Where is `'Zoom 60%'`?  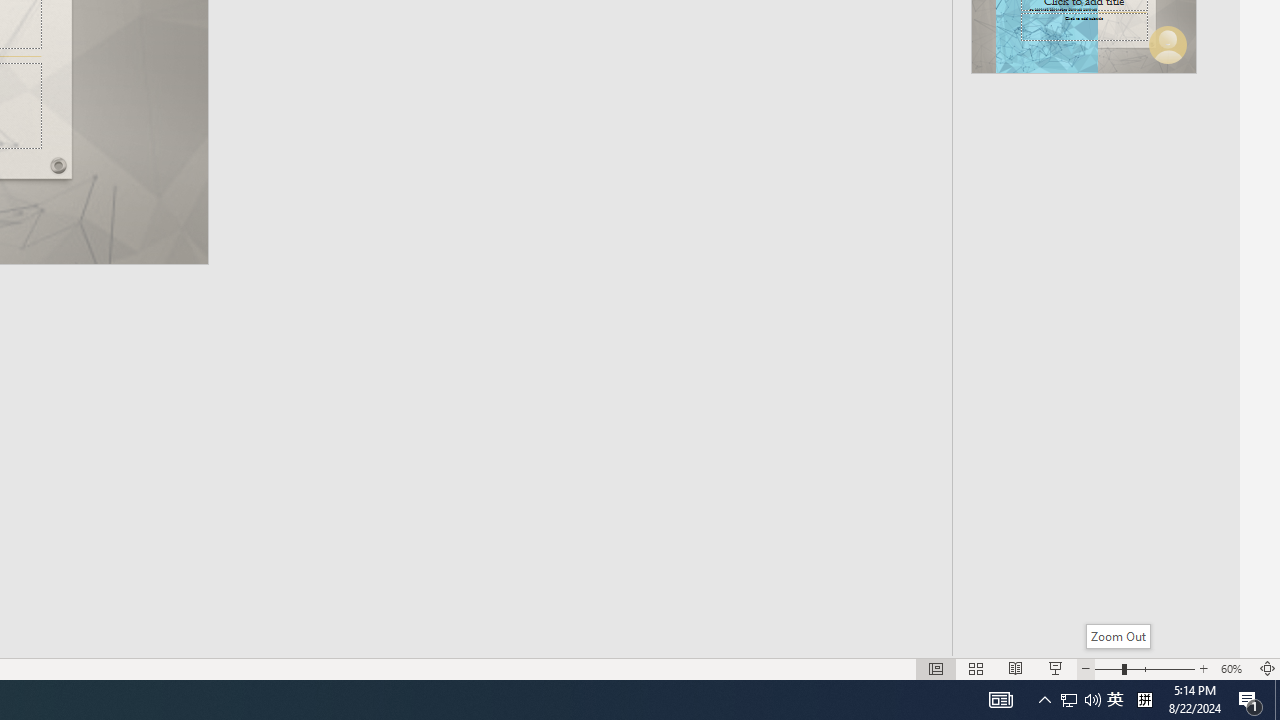
'Zoom 60%' is located at coordinates (1233, 669).